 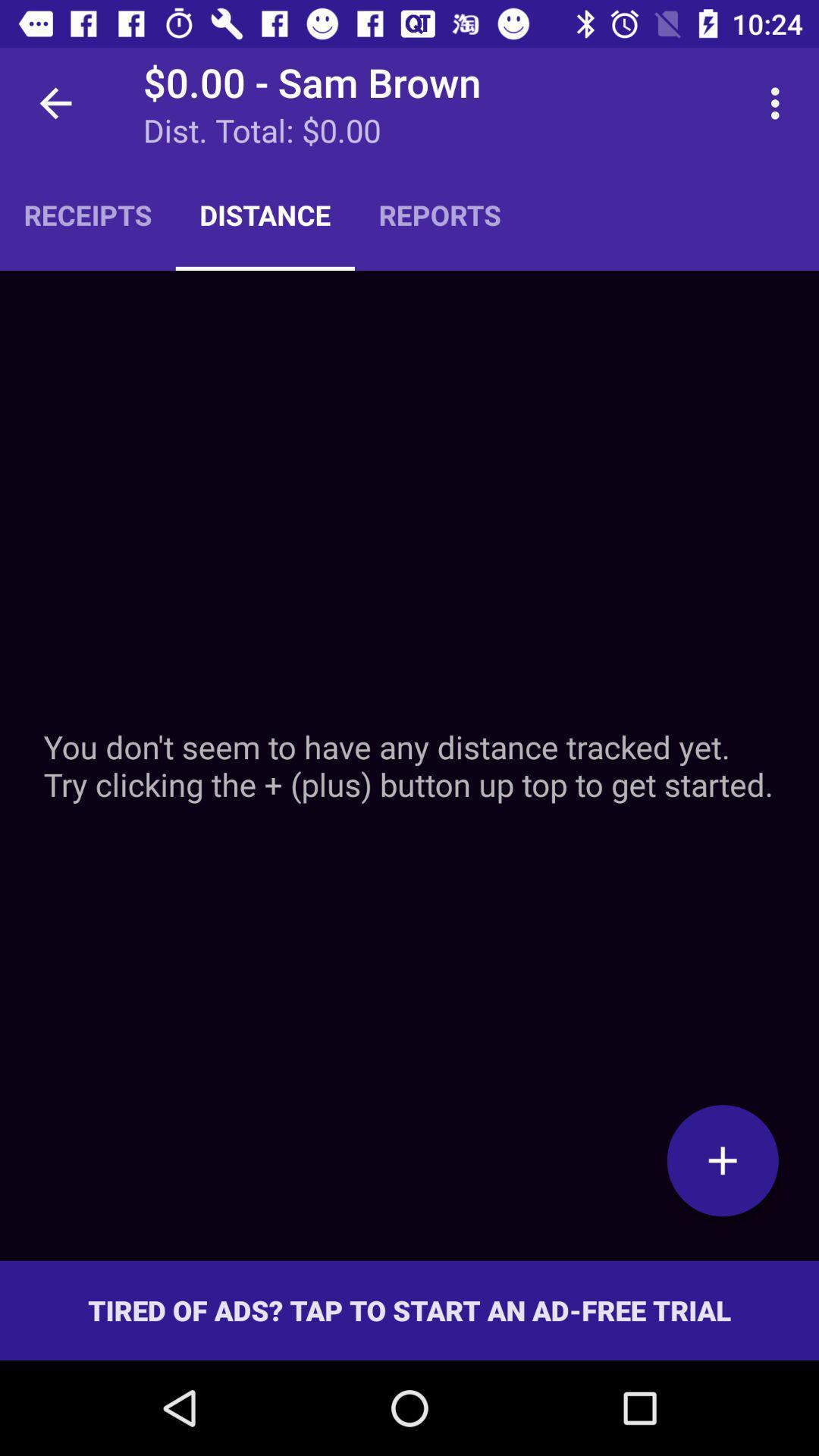 I want to click on the receipts, so click(x=87, y=214).